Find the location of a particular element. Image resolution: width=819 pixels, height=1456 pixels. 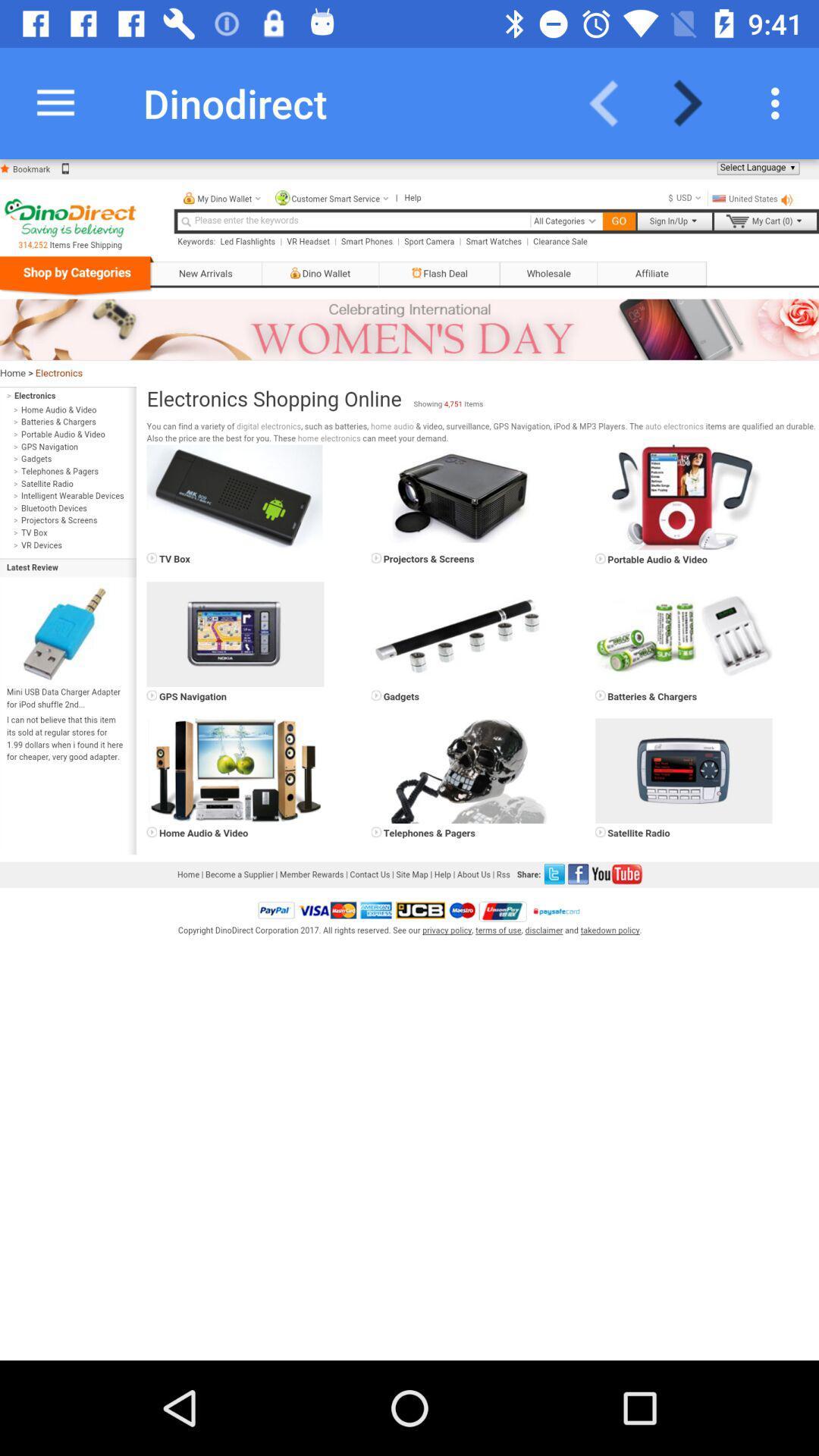

go back is located at coordinates (613, 102).